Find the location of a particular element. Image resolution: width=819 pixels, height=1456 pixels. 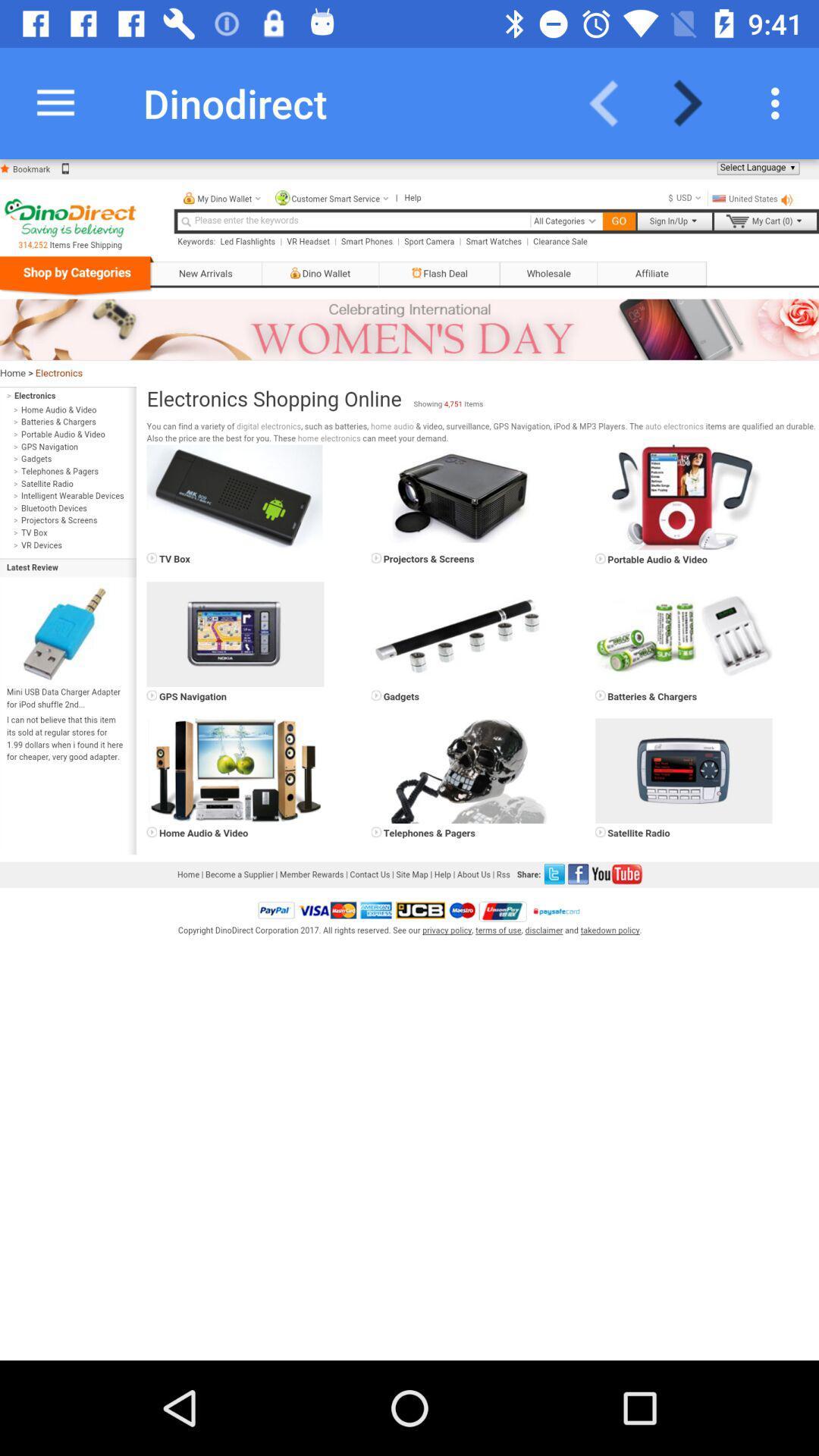

go back is located at coordinates (613, 102).